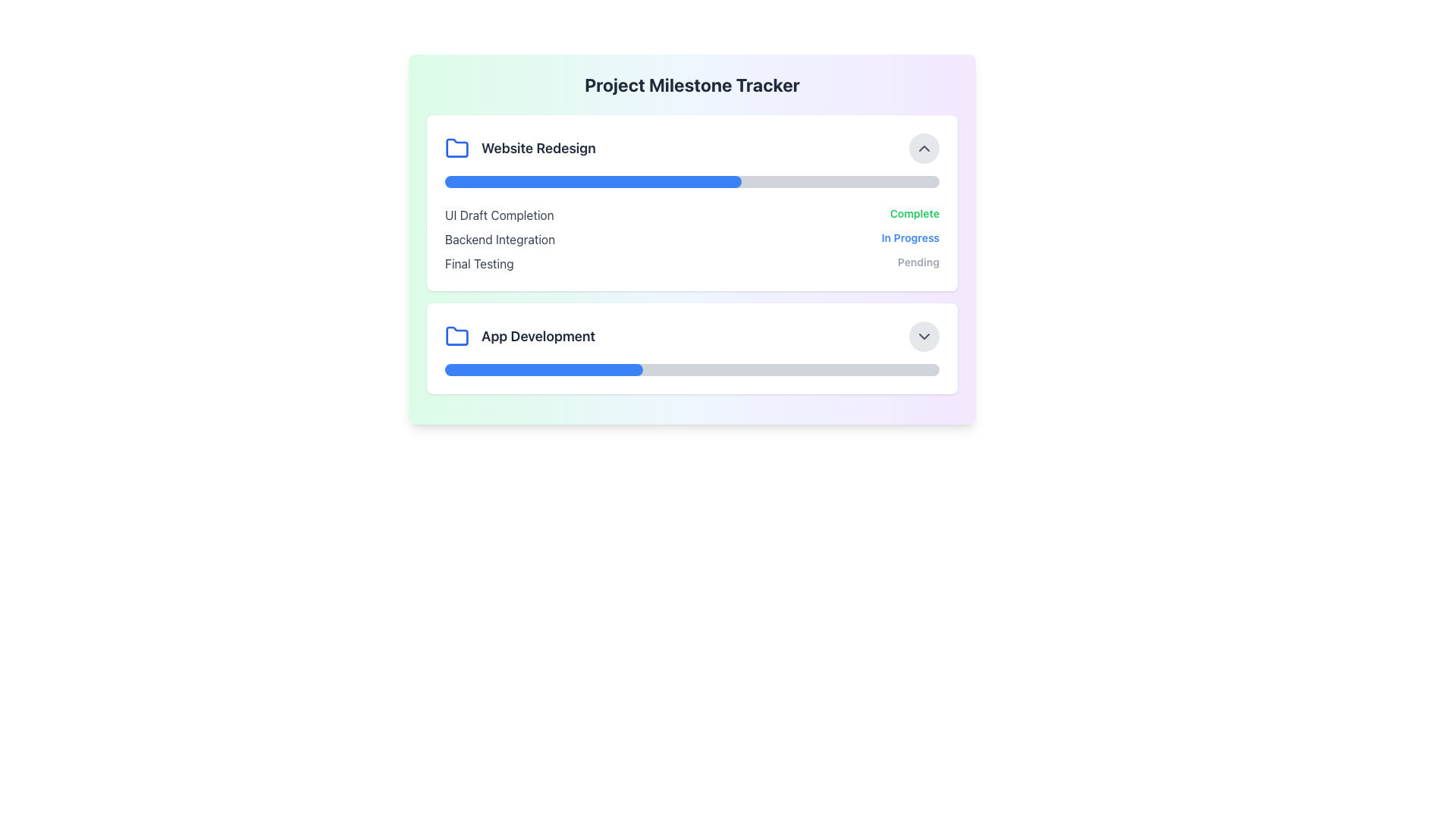 This screenshot has height=819, width=1456. Describe the element at coordinates (752, 180) in the screenshot. I see `the progress bar` at that location.